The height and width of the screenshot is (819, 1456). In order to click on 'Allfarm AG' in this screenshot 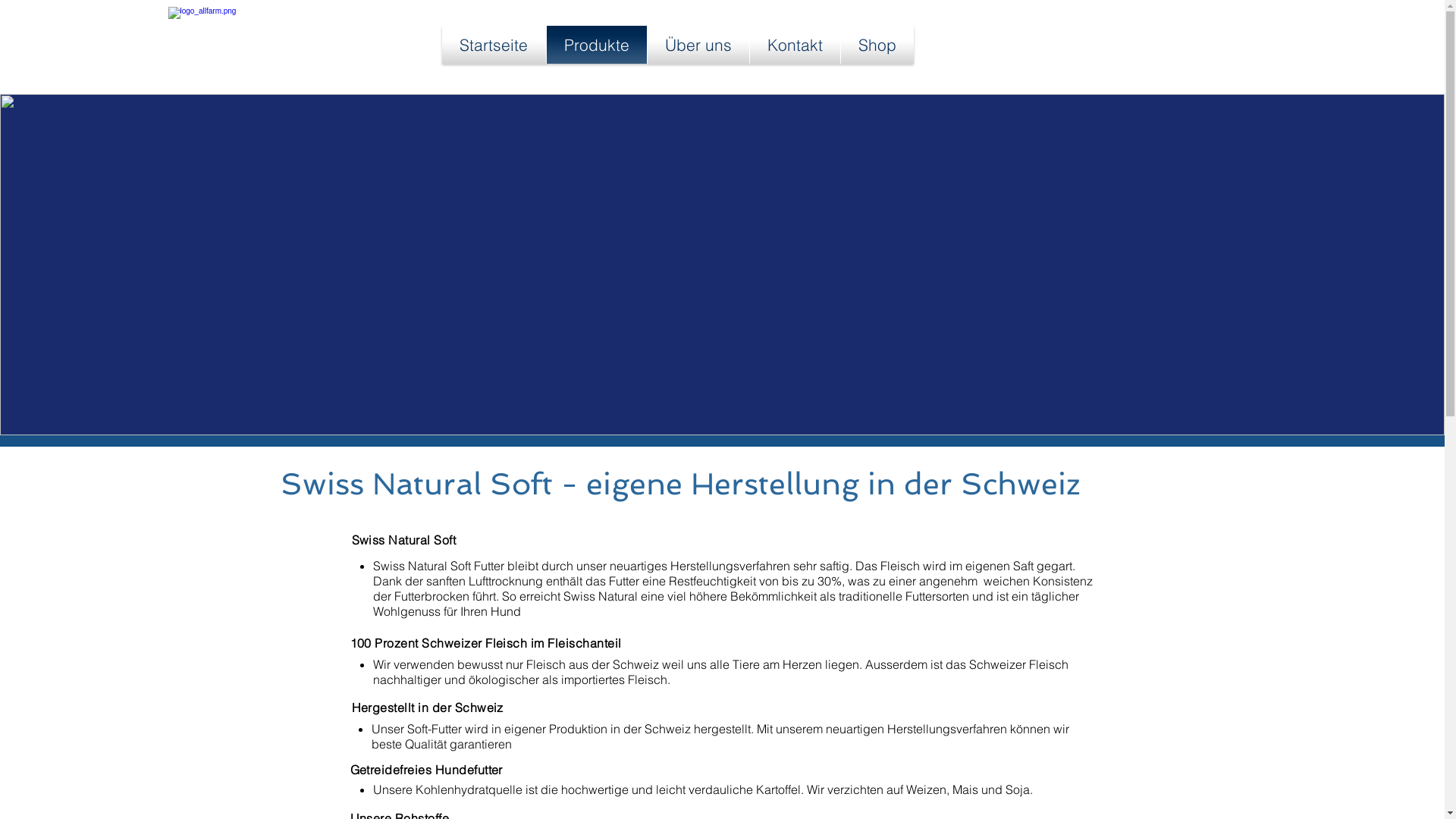, I will do `click(270, 43)`.